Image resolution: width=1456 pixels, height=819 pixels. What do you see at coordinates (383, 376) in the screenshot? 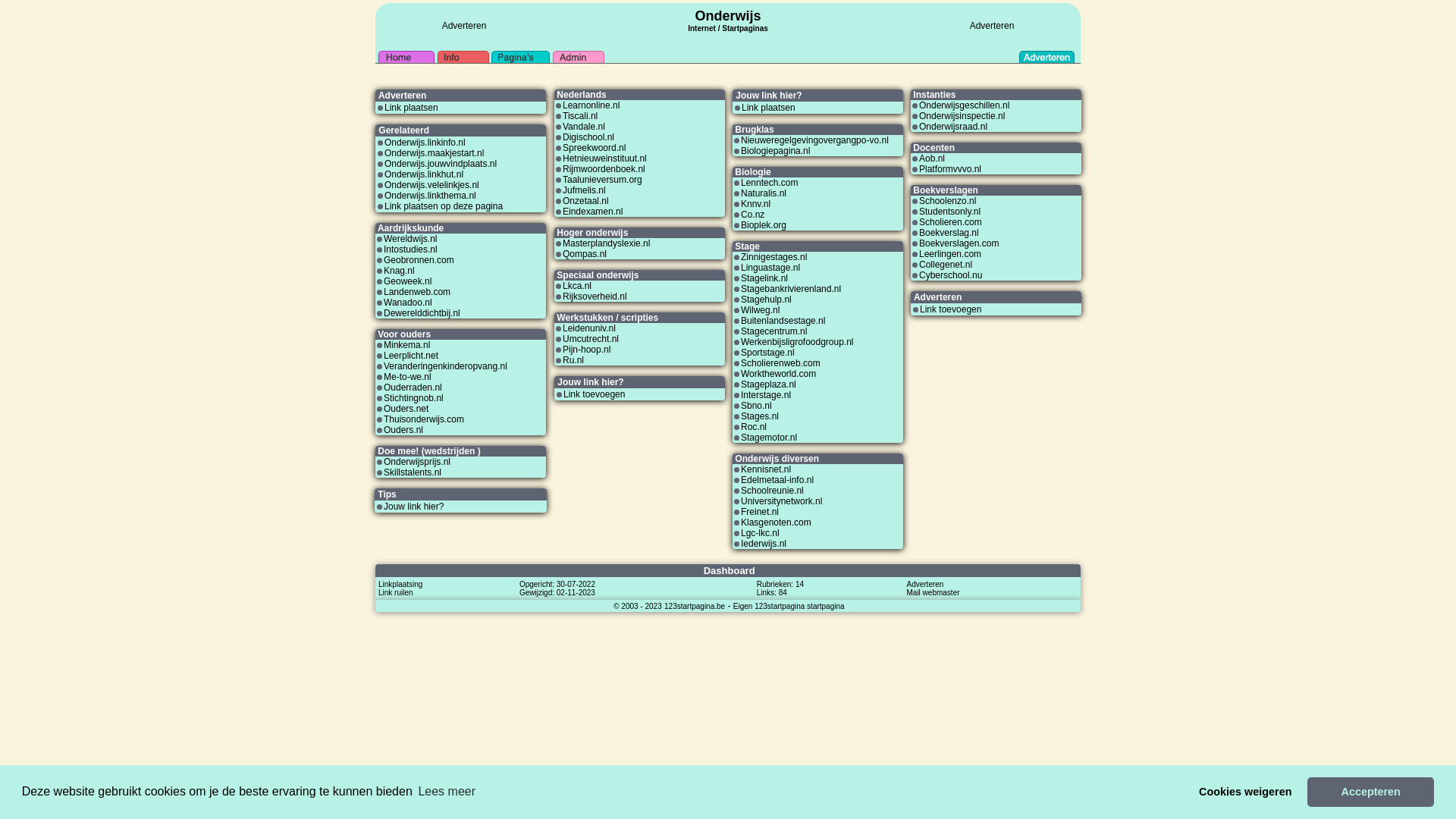
I see `'Me-to-we.nl'` at bounding box center [383, 376].